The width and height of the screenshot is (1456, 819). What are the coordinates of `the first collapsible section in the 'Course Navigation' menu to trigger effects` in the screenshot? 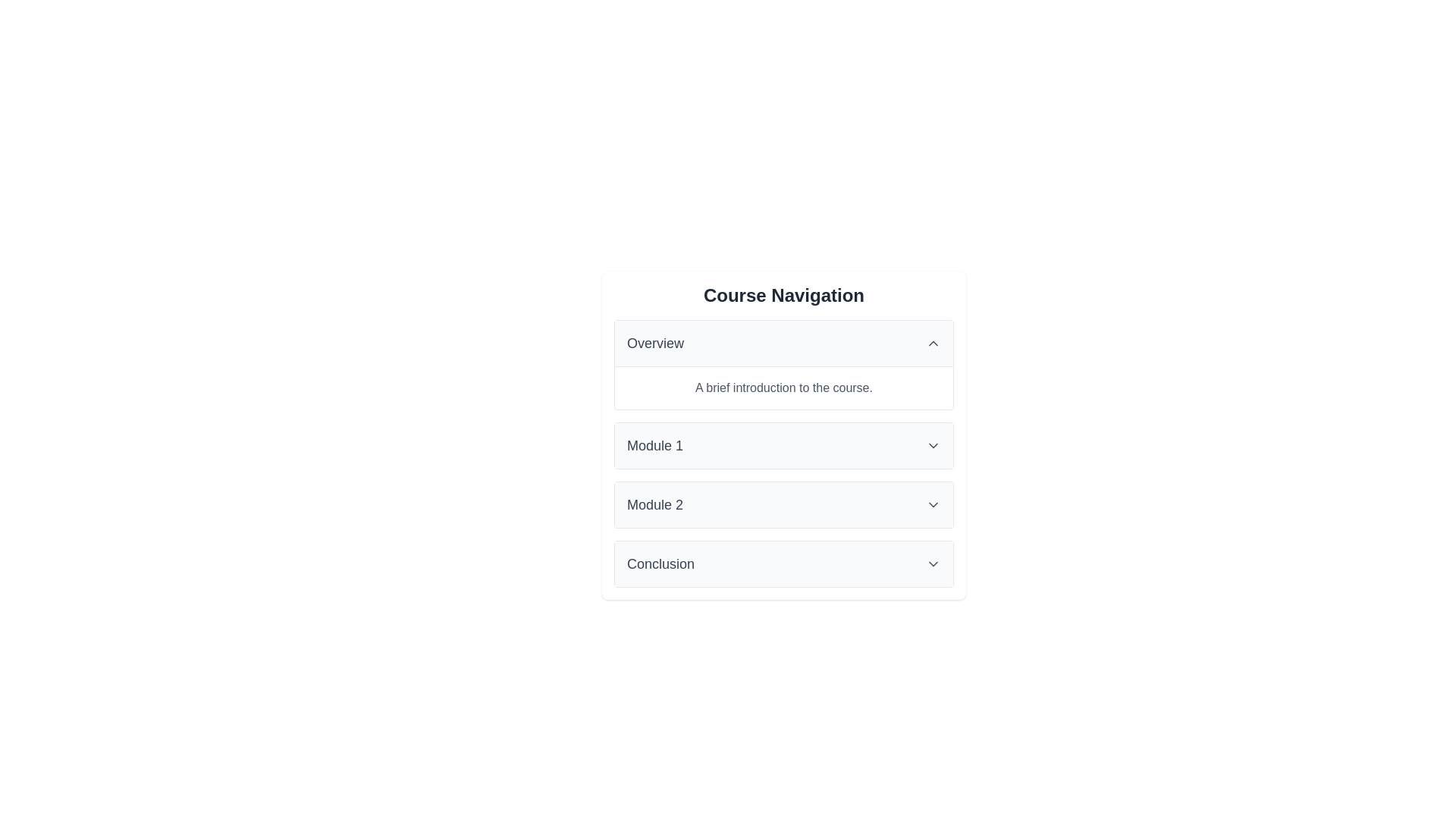 It's located at (783, 365).